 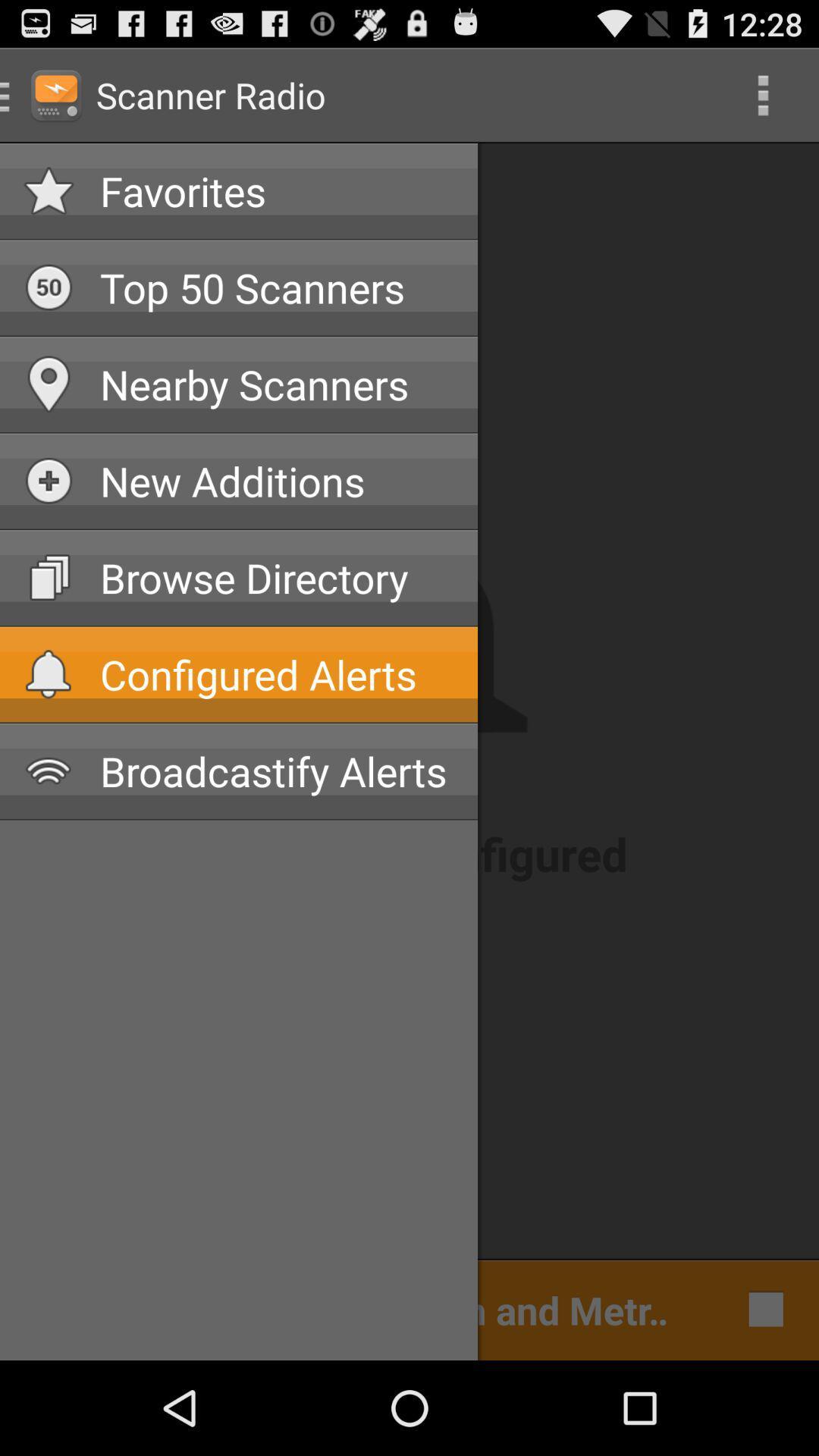 What do you see at coordinates (49, 673) in the screenshot?
I see `the bell icon left to configured alerts` at bounding box center [49, 673].